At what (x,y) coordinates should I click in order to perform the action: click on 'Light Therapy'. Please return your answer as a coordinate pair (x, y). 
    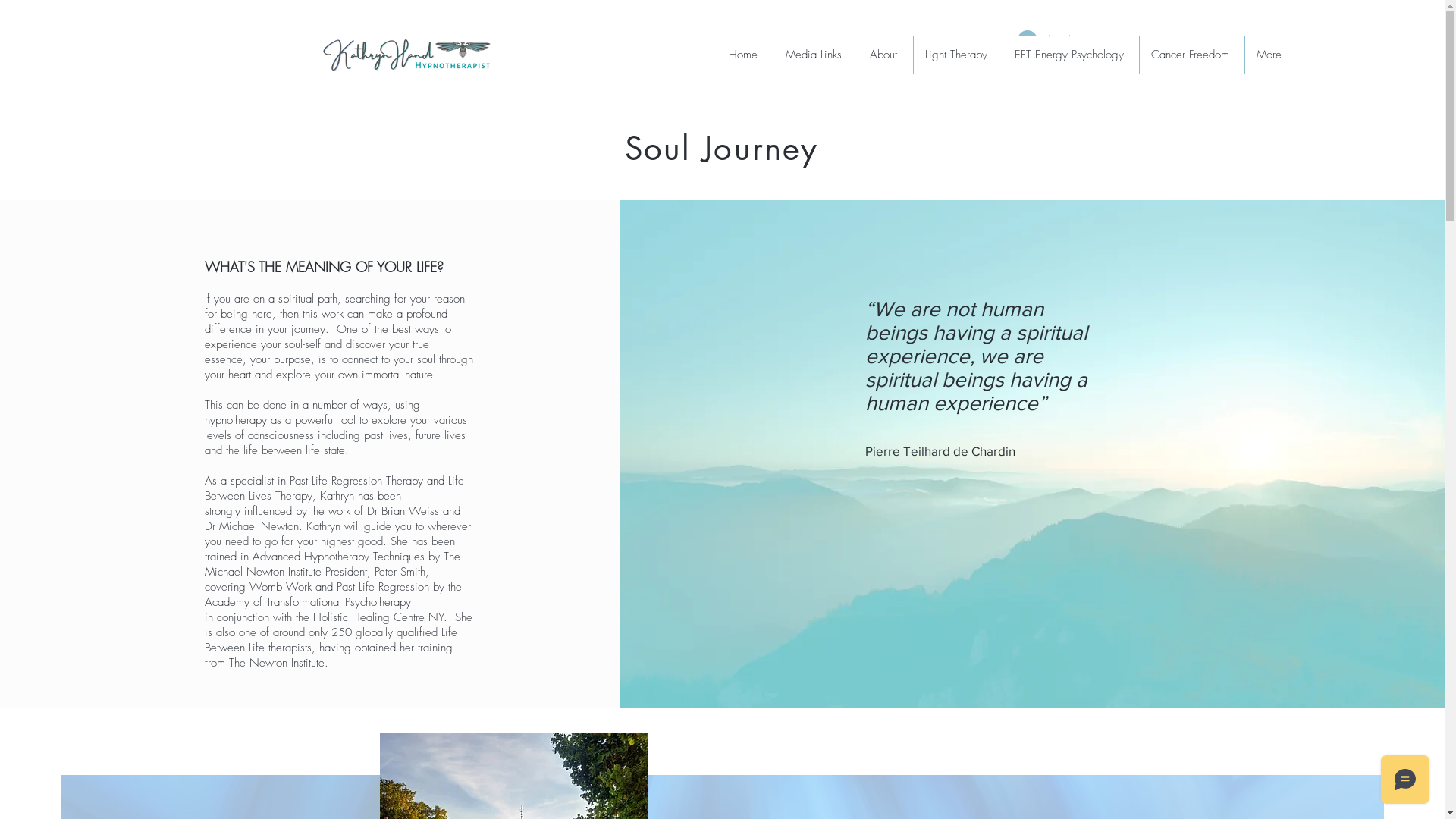
    Looking at the image, I should click on (956, 54).